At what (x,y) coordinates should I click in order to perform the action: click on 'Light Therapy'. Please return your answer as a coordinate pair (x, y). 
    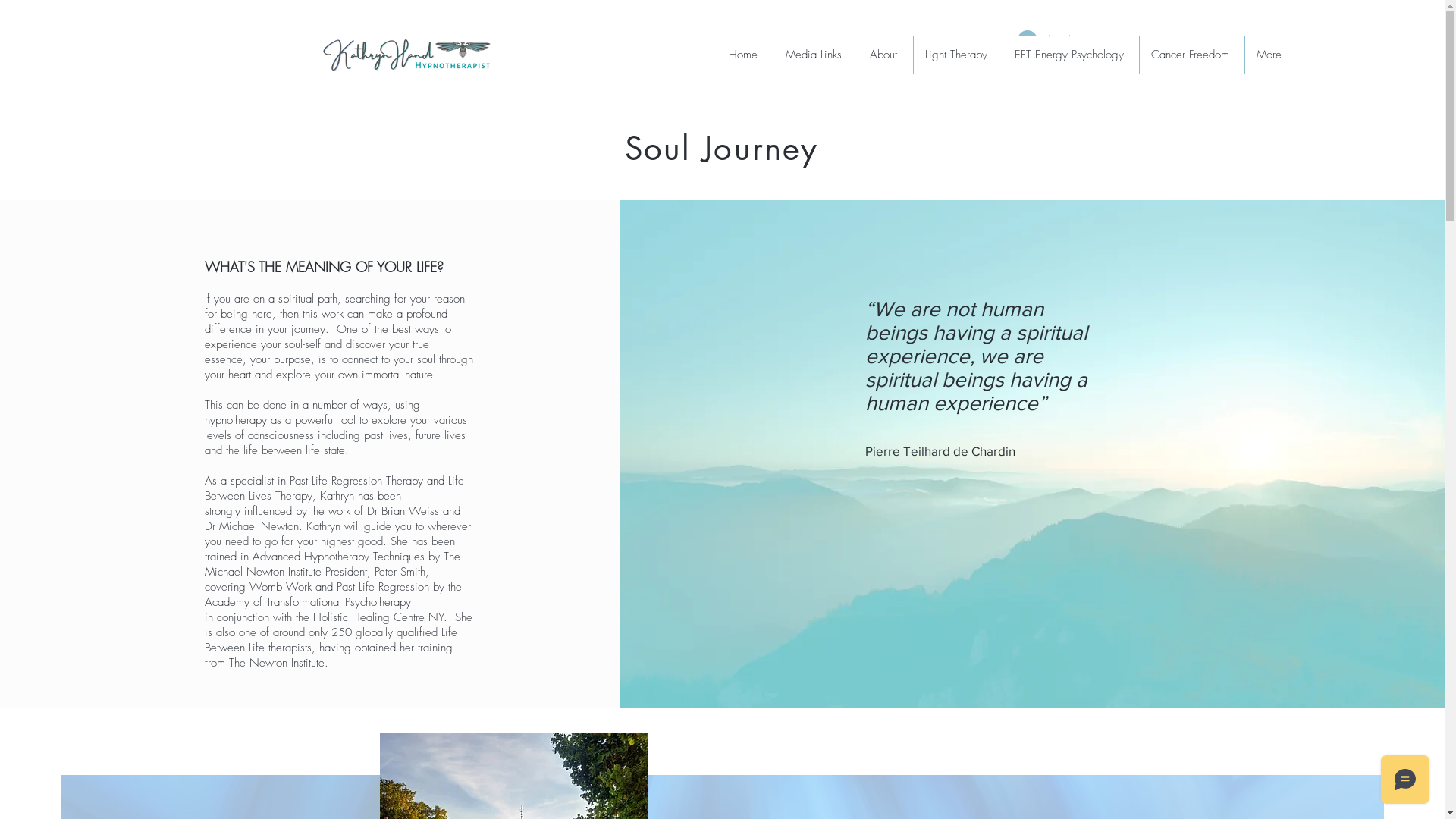
    Looking at the image, I should click on (956, 54).